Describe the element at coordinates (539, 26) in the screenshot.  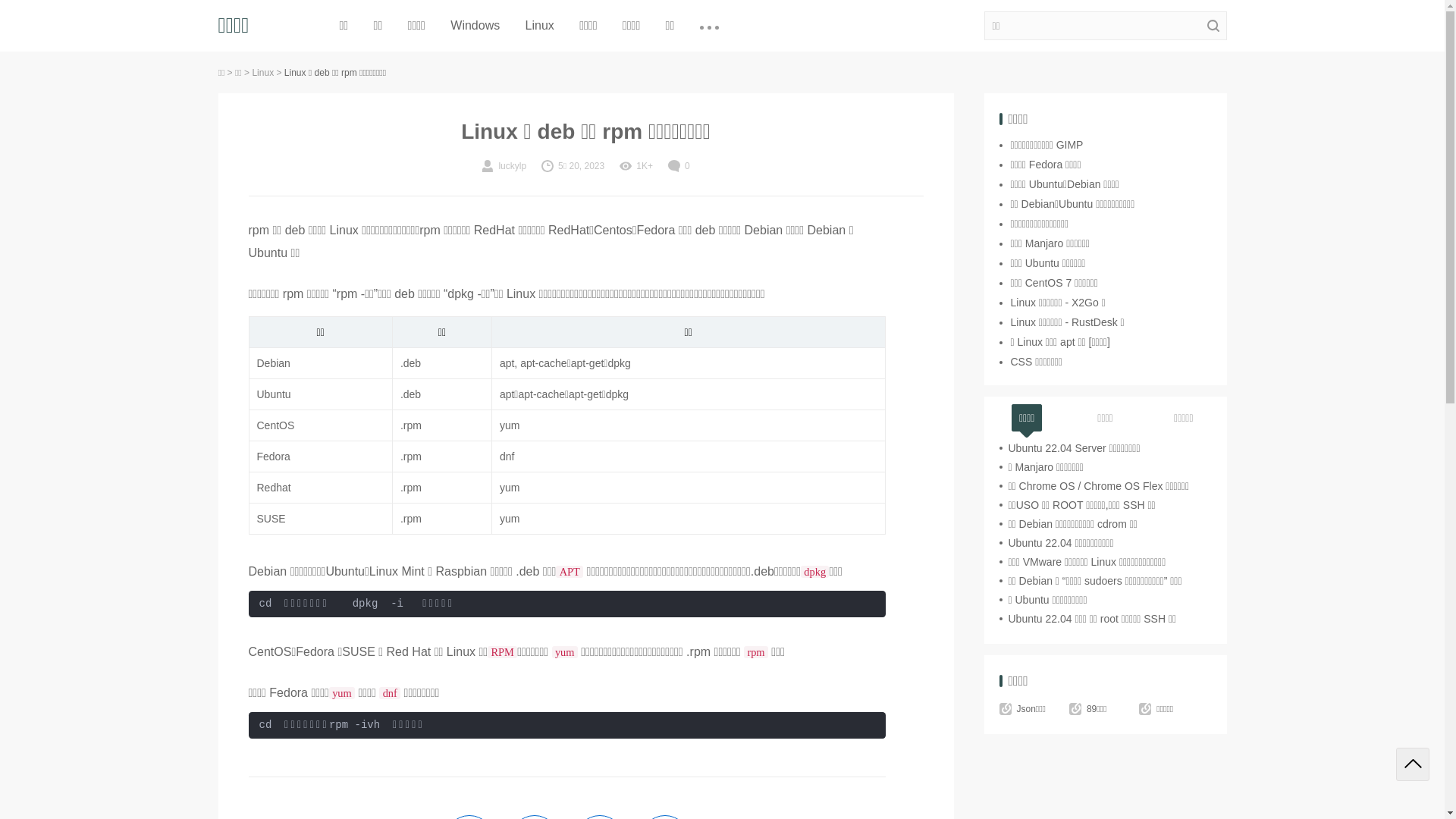
I see `'Linux'` at that location.